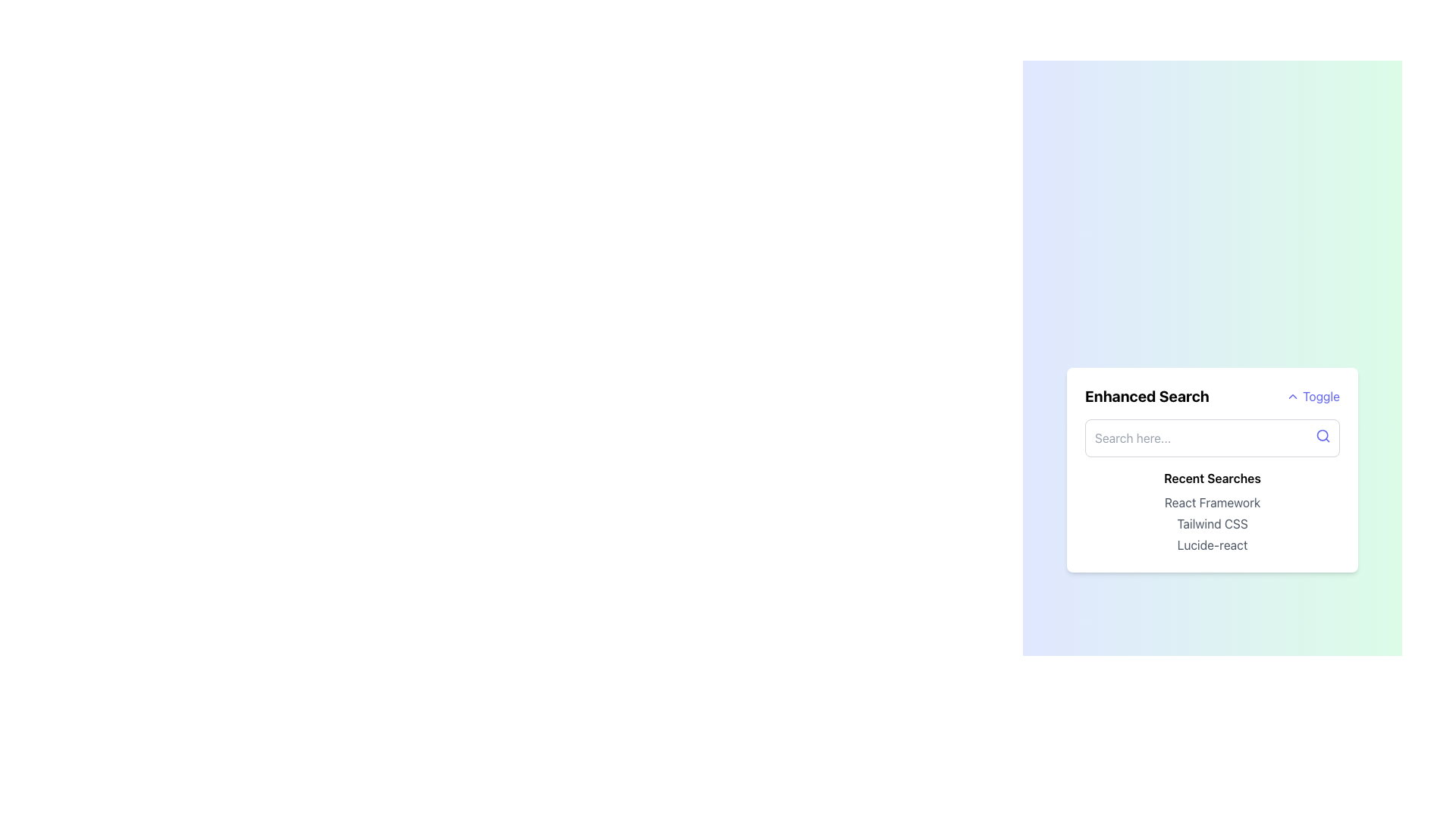 This screenshot has width=1456, height=819. Describe the element at coordinates (1211, 512) in the screenshot. I see `the 'Recent Searches' text content block which displays a title in bold followed by a list of entries including 'React Framework,' 'Tailwind CSS,' and 'Lucide-react.'` at that location.